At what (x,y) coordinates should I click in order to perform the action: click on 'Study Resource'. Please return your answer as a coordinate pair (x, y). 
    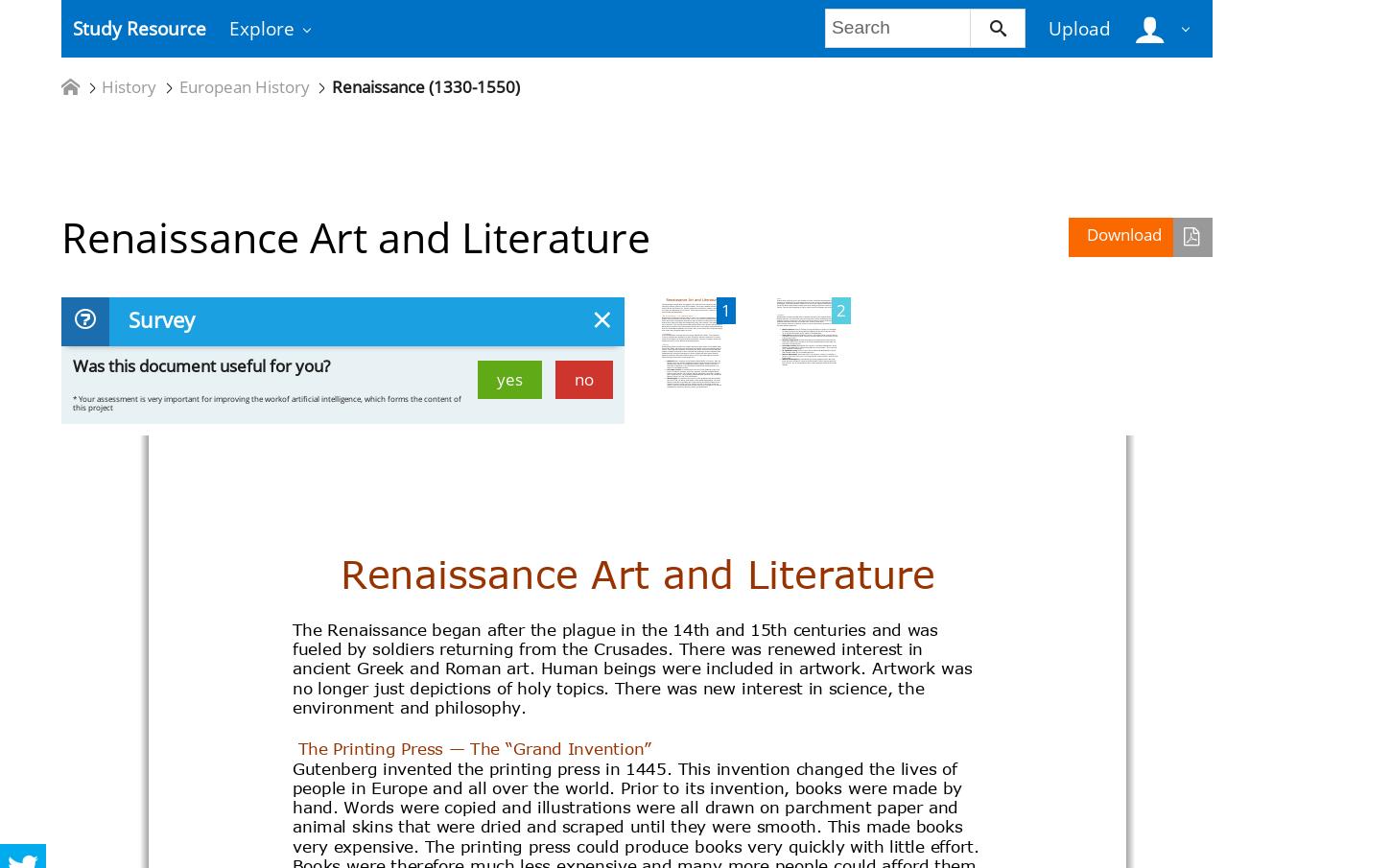
    Looking at the image, I should click on (138, 27).